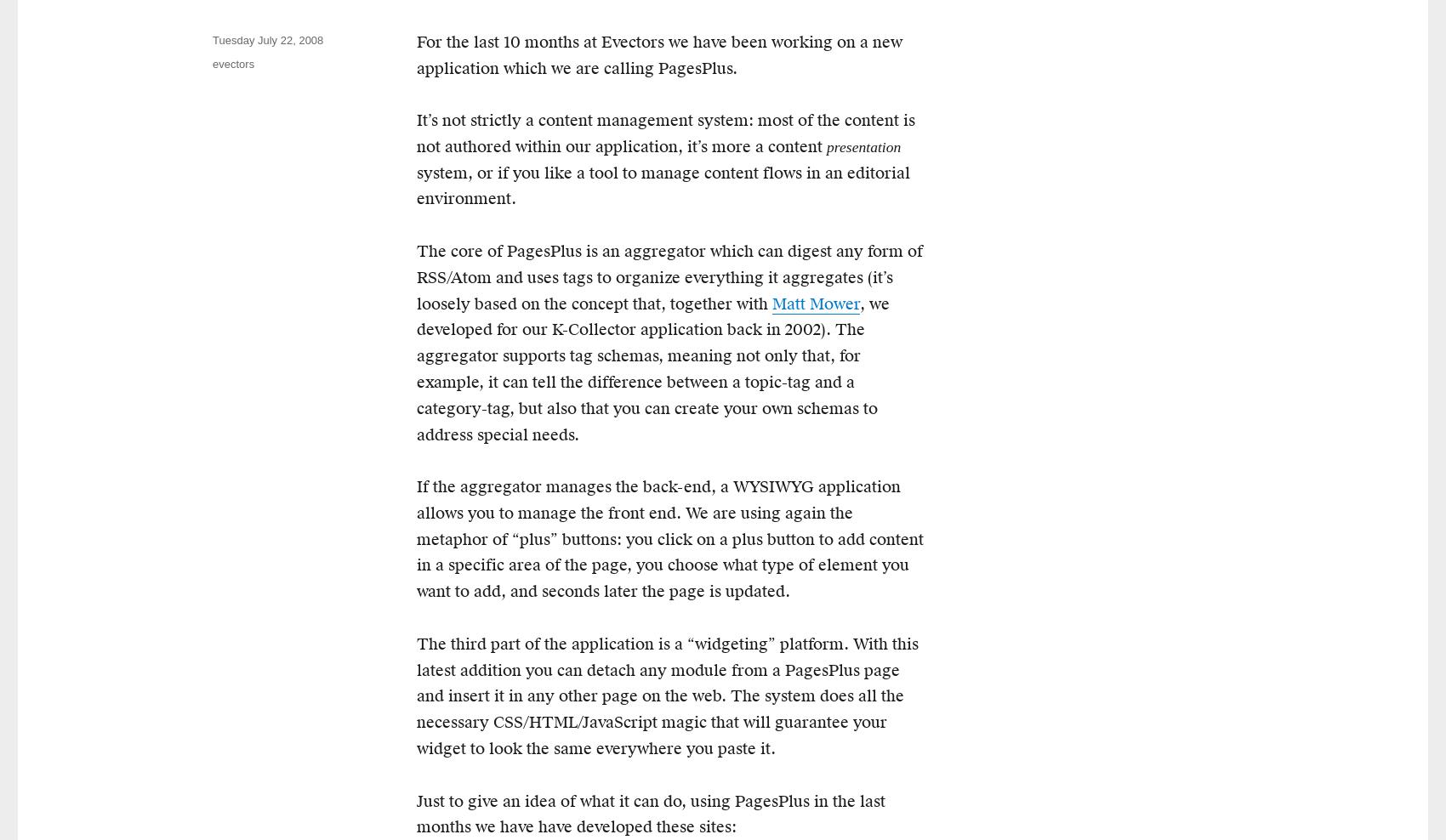 Image resolution: width=1446 pixels, height=840 pixels. What do you see at coordinates (826, 145) in the screenshot?
I see `'presentation'` at bounding box center [826, 145].